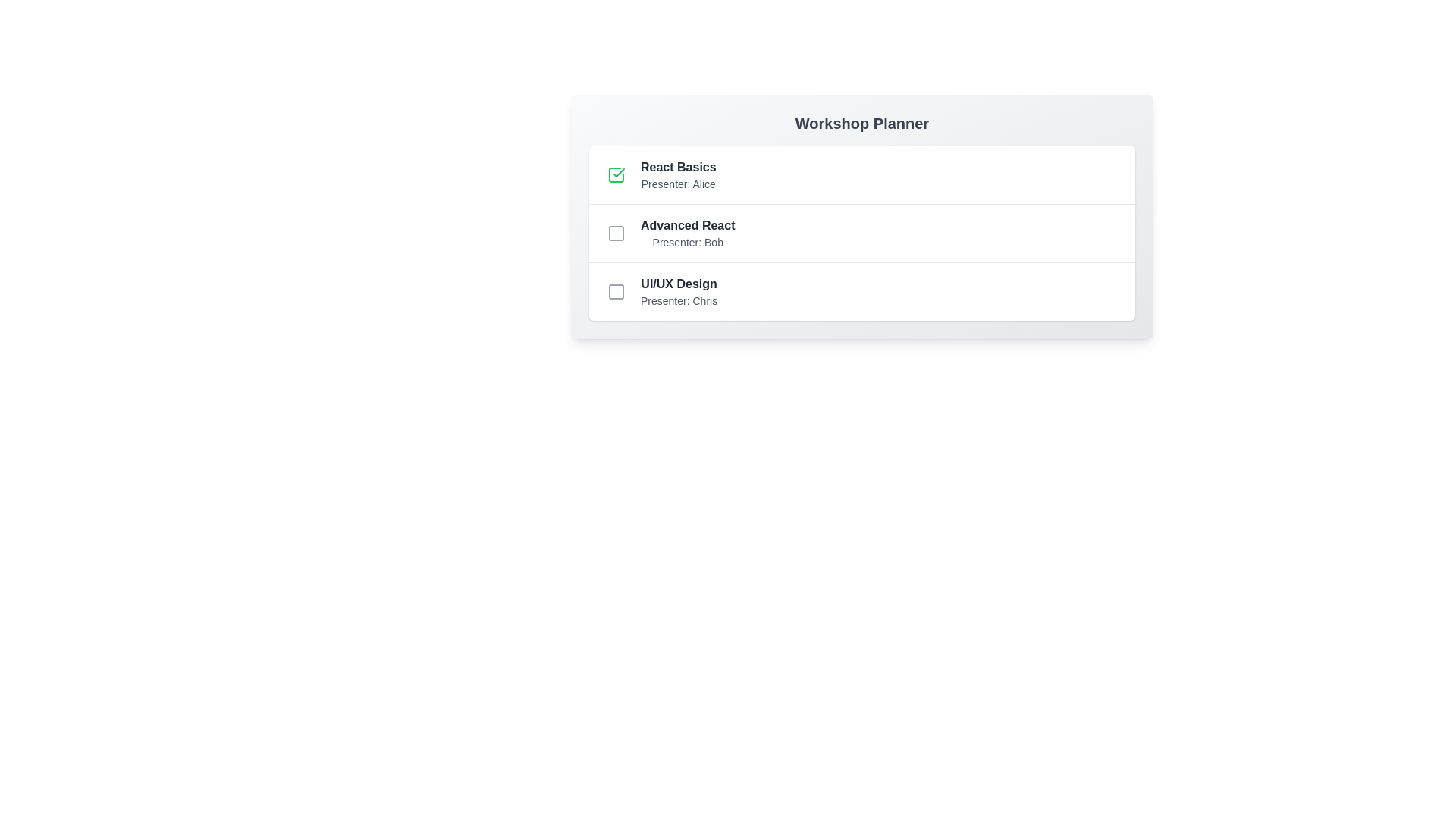 Image resolution: width=1456 pixels, height=819 pixels. Describe the element at coordinates (616, 174) in the screenshot. I see `the session identified by React Basics` at that location.